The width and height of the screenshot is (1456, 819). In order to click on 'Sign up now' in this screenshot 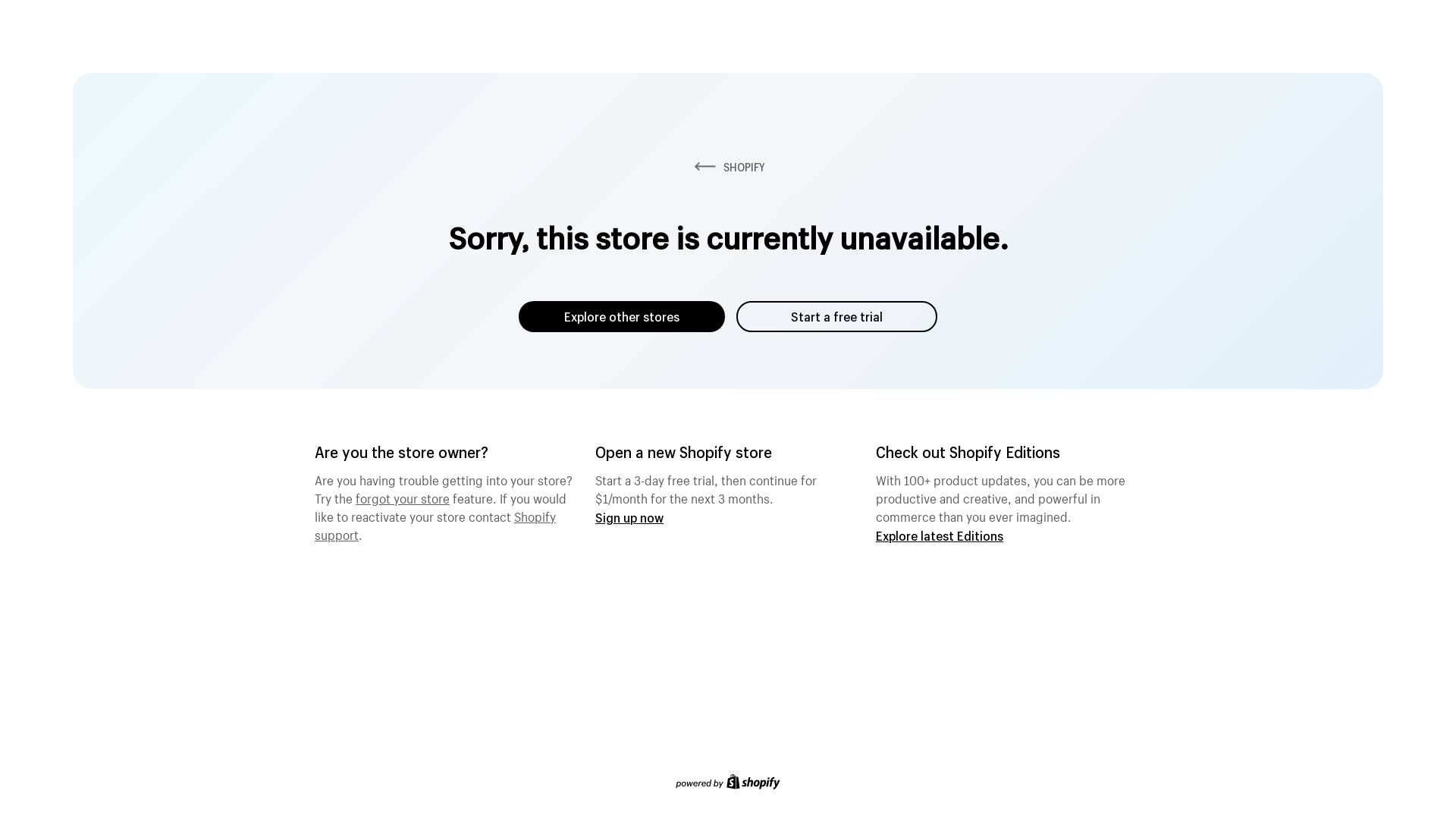, I will do `click(629, 516)`.